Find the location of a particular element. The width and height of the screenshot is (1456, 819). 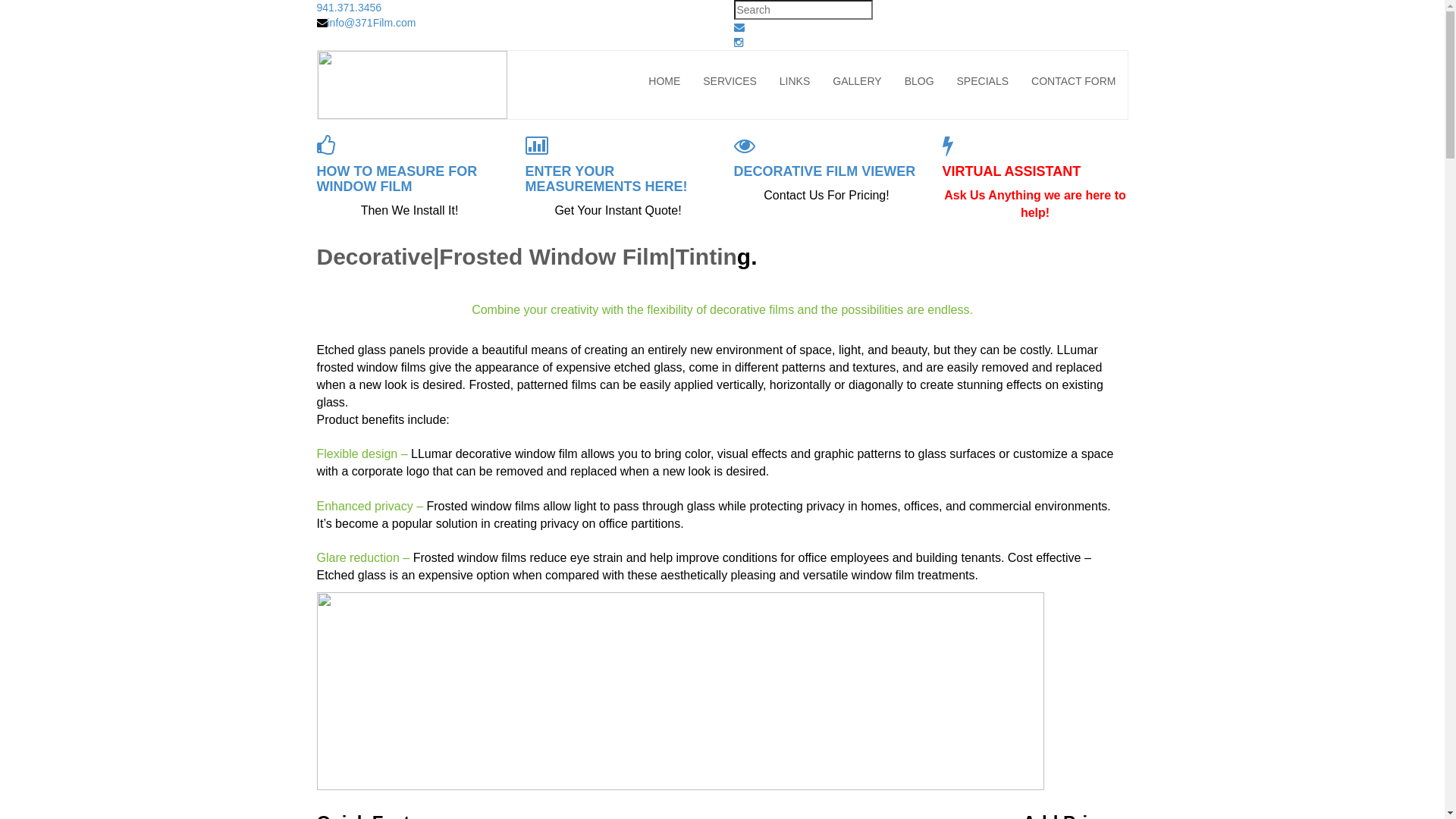

'941.371.3456' is located at coordinates (315, 8).